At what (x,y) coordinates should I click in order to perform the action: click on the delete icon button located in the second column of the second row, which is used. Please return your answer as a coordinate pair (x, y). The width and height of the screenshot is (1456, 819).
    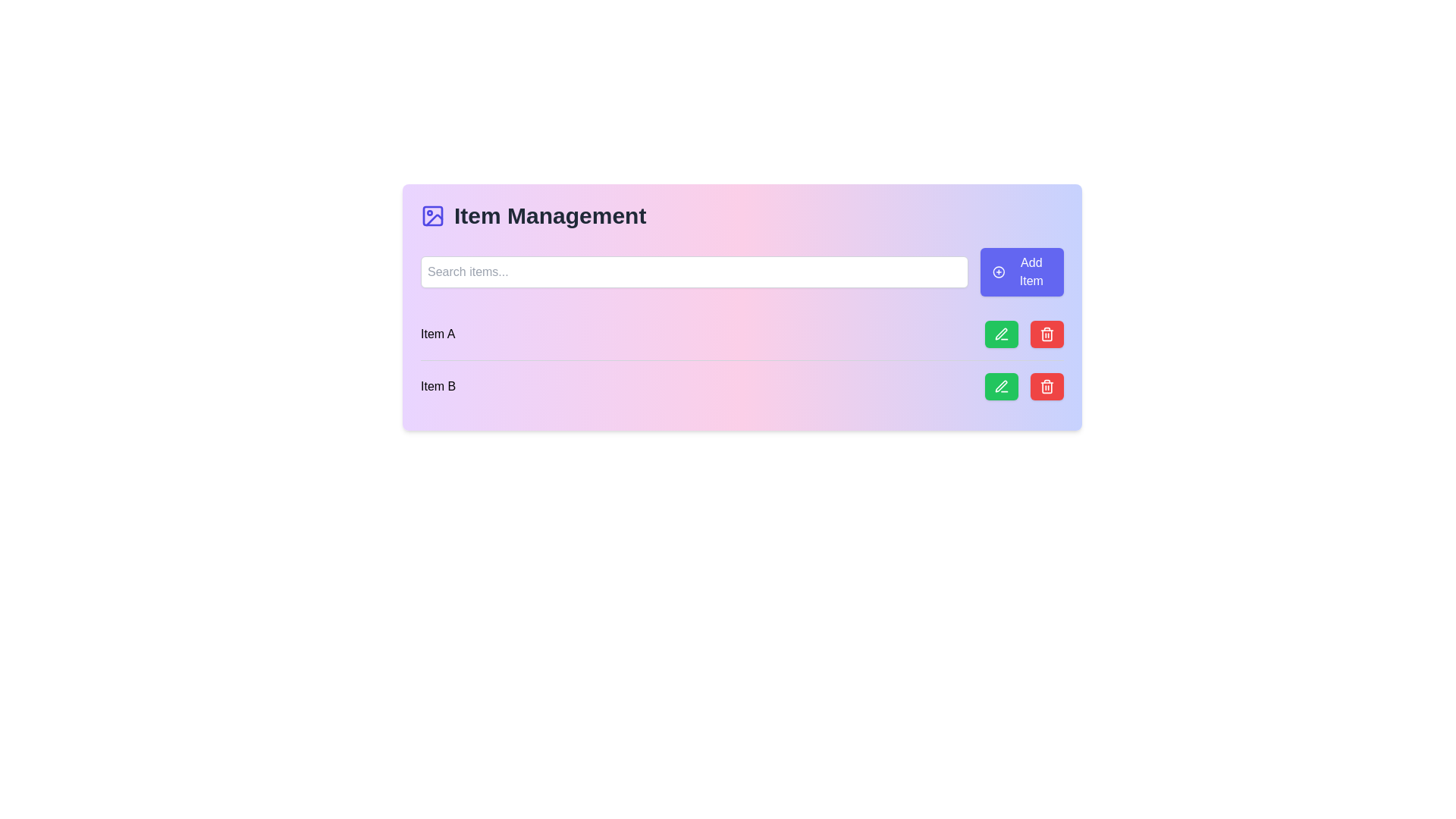
    Looking at the image, I should click on (1046, 333).